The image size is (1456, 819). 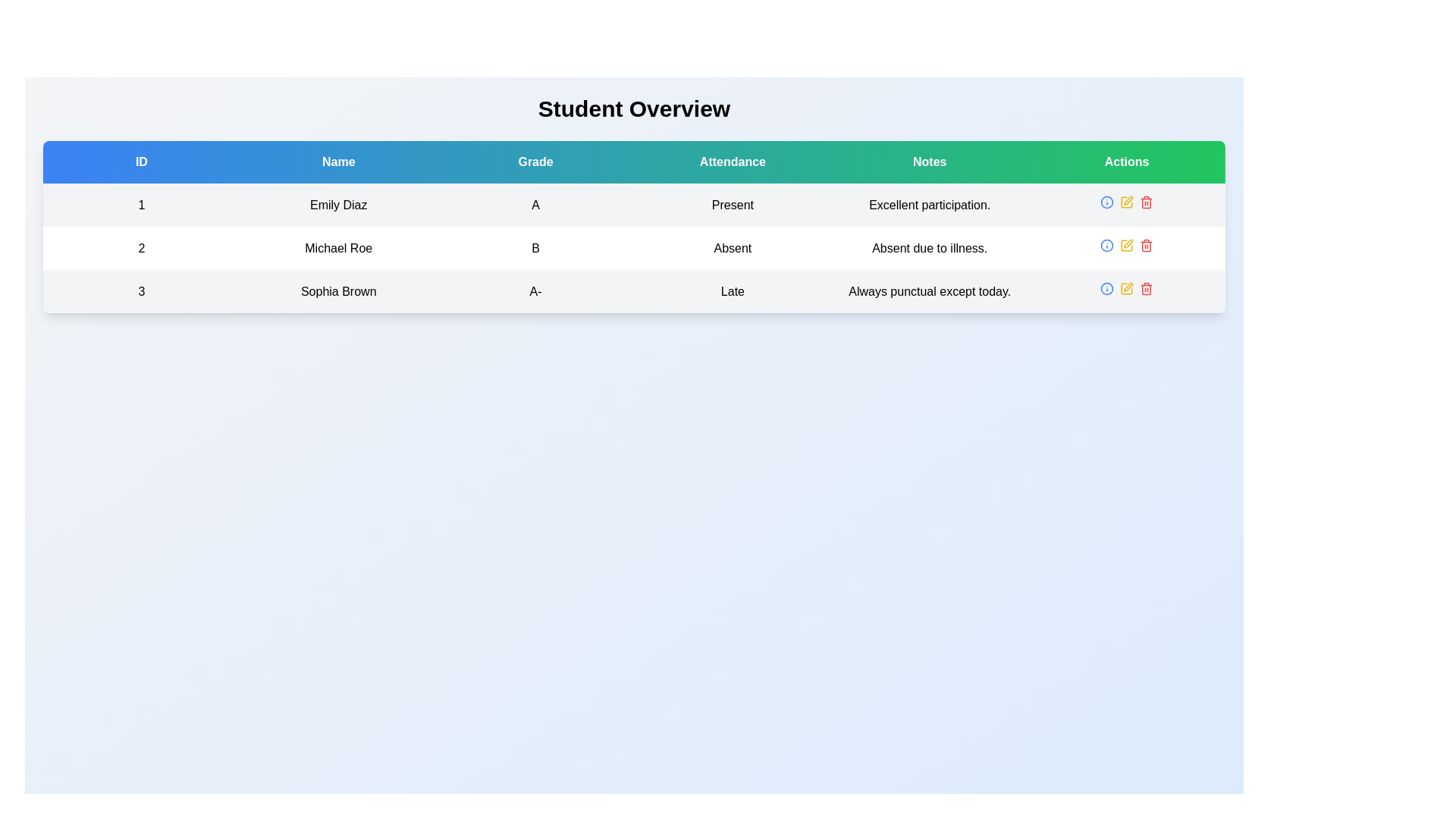 I want to click on text content of the Table Header Cell indicating names of individuals or entities, which is the second cell in the header row between 'ID' and 'Grade', so click(x=337, y=162).